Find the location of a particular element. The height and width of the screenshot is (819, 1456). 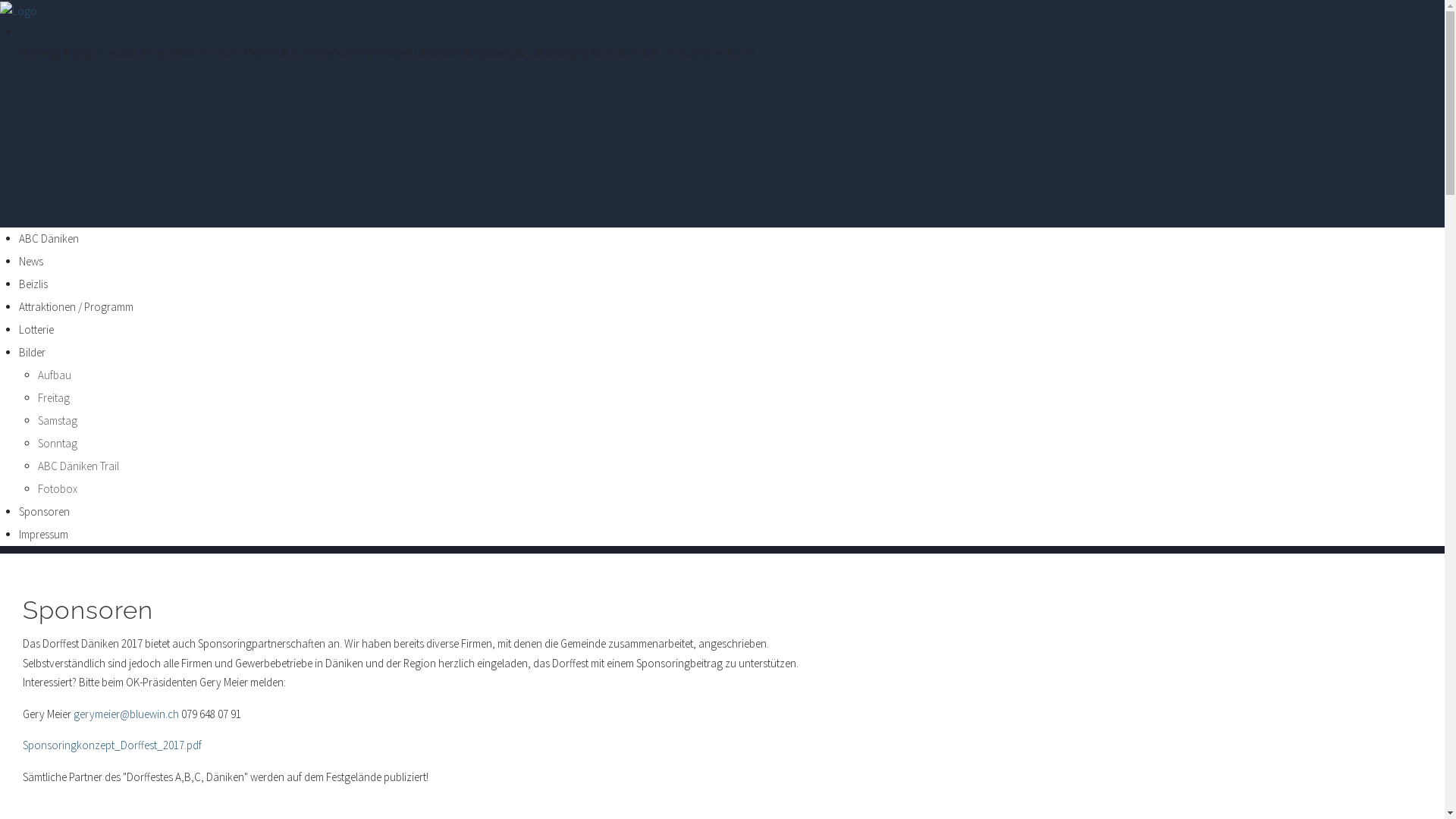

'Aufbau' is located at coordinates (37, 375).